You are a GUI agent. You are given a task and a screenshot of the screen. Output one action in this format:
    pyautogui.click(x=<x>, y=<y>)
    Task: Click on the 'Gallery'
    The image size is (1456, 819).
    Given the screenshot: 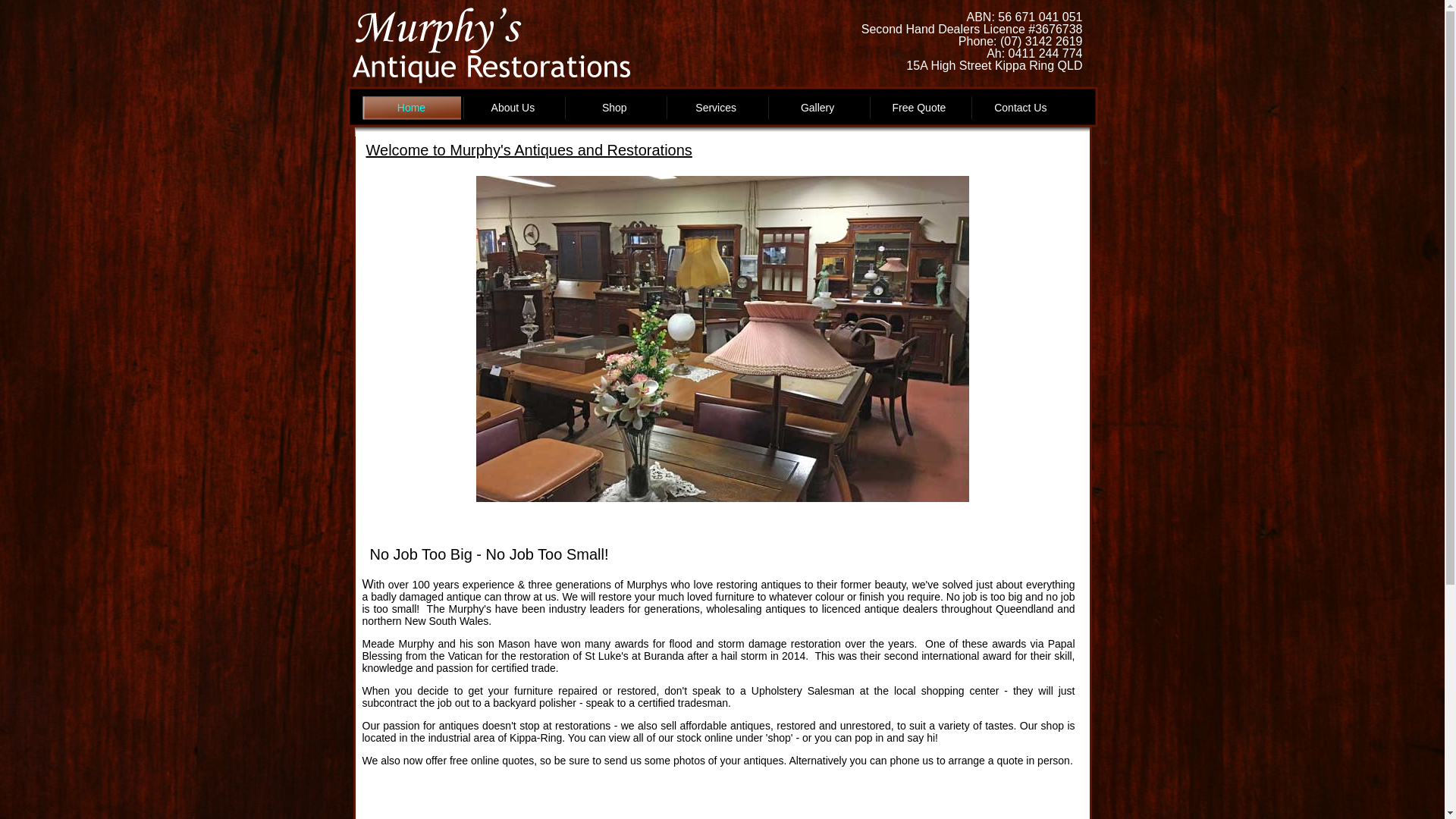 What is the action you would take?
    pyautogui.click(x=817, y=109)
    